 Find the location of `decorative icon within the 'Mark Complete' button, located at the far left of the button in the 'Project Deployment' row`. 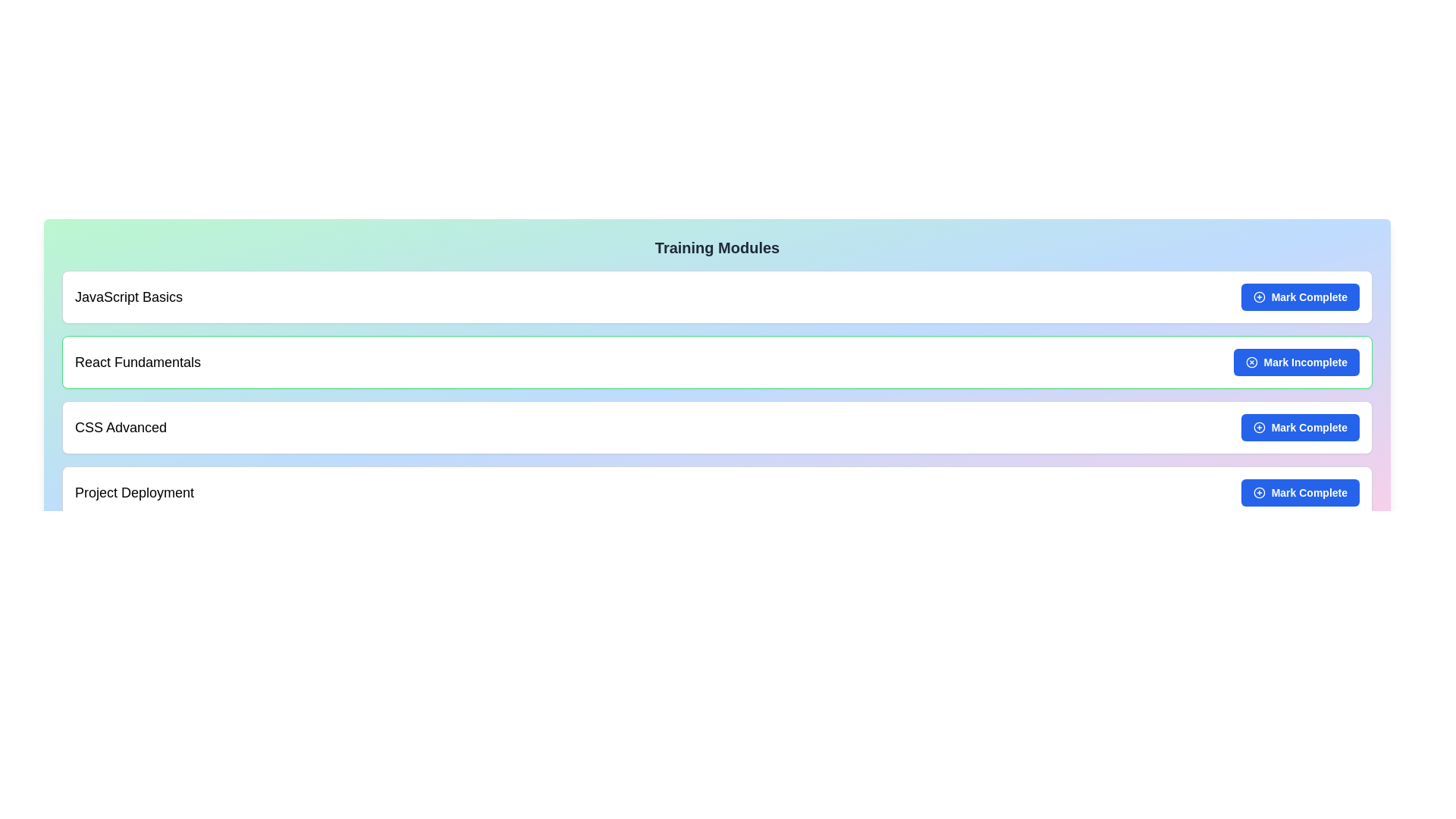

decorative icon within the 'Mark Complete' button, located at the far left of the button in the 'Project Deployment' row is located at coordinates (1259, 493).